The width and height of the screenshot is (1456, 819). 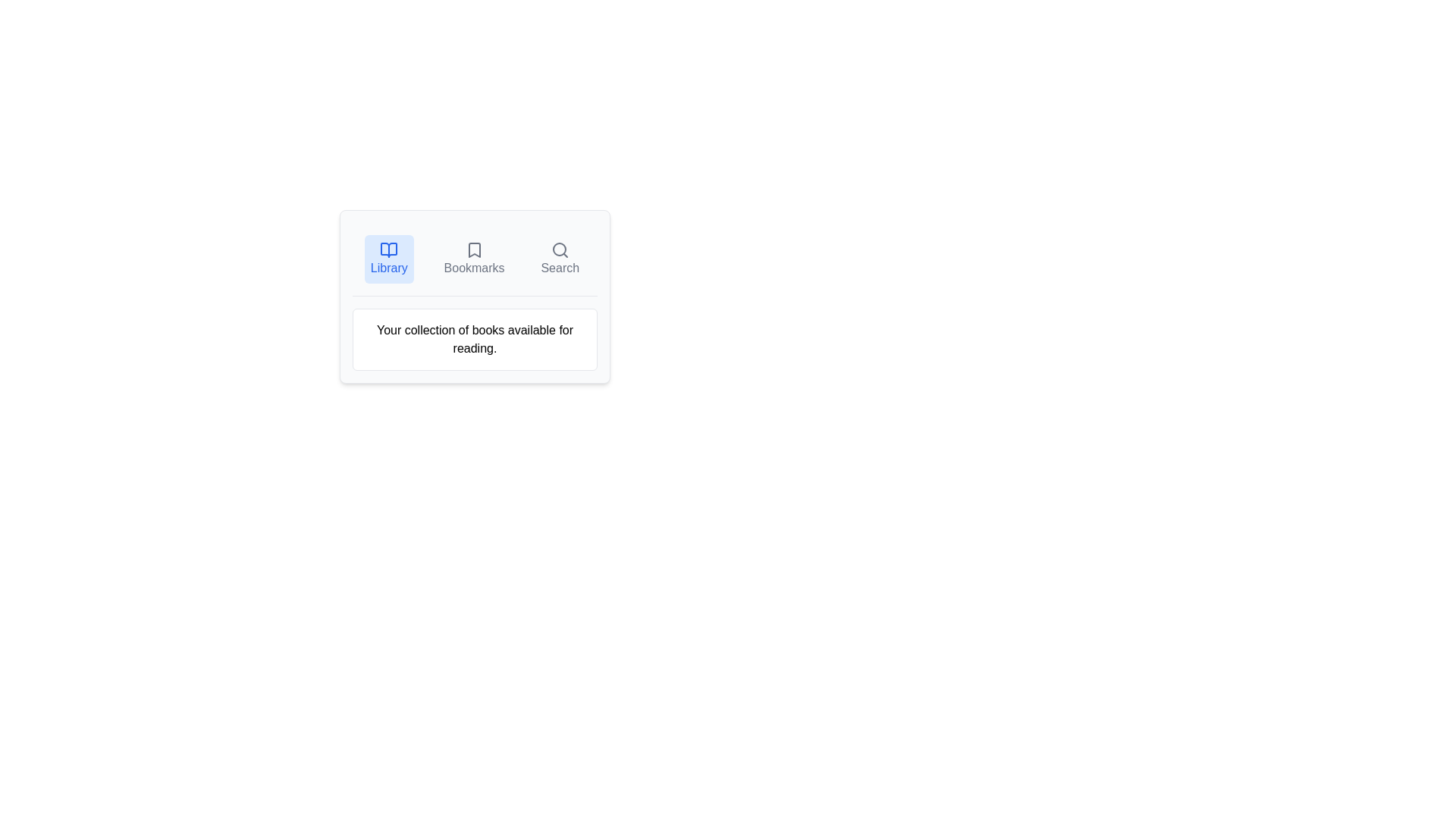 I want to click on the Search tab by clicking on the respective tab button, so click(x=559, y=259).